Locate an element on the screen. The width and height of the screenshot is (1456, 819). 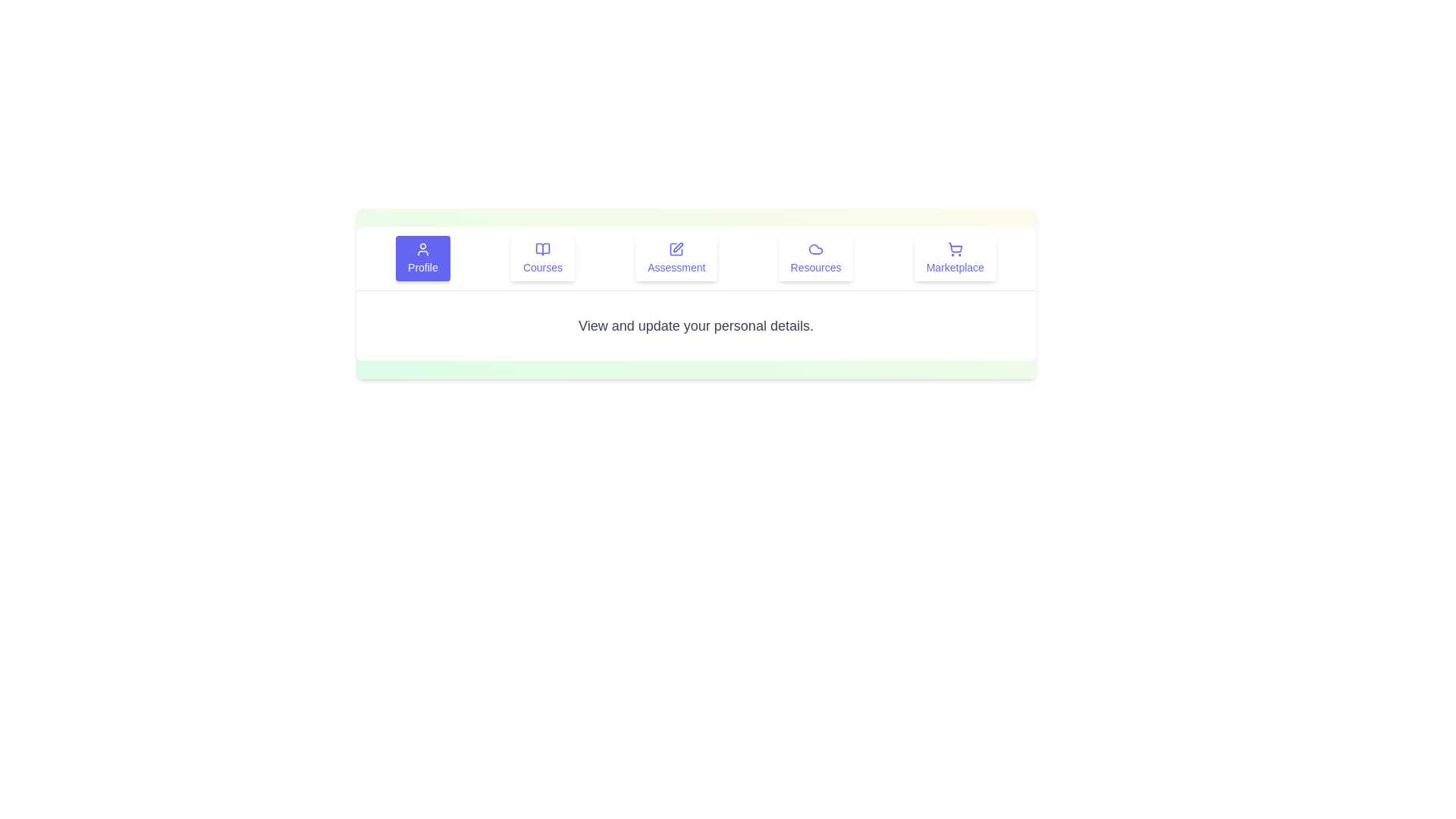
the blue button with an open book icon labeled 'Courses' in the navigation bar is located at coordinates (542, 257).